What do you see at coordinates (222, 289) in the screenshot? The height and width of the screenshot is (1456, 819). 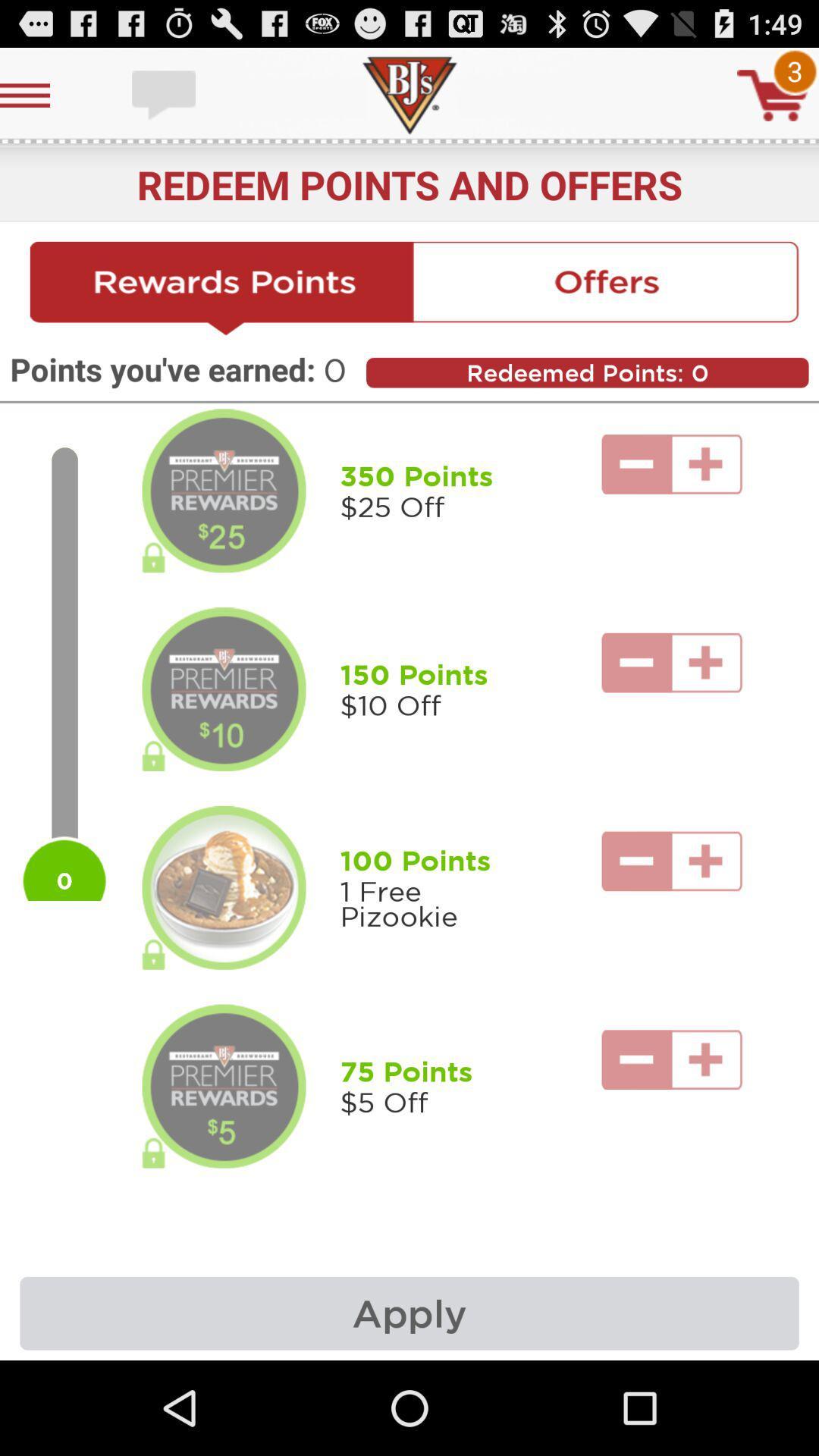 I see `new page` at bounding box center [222, 289].